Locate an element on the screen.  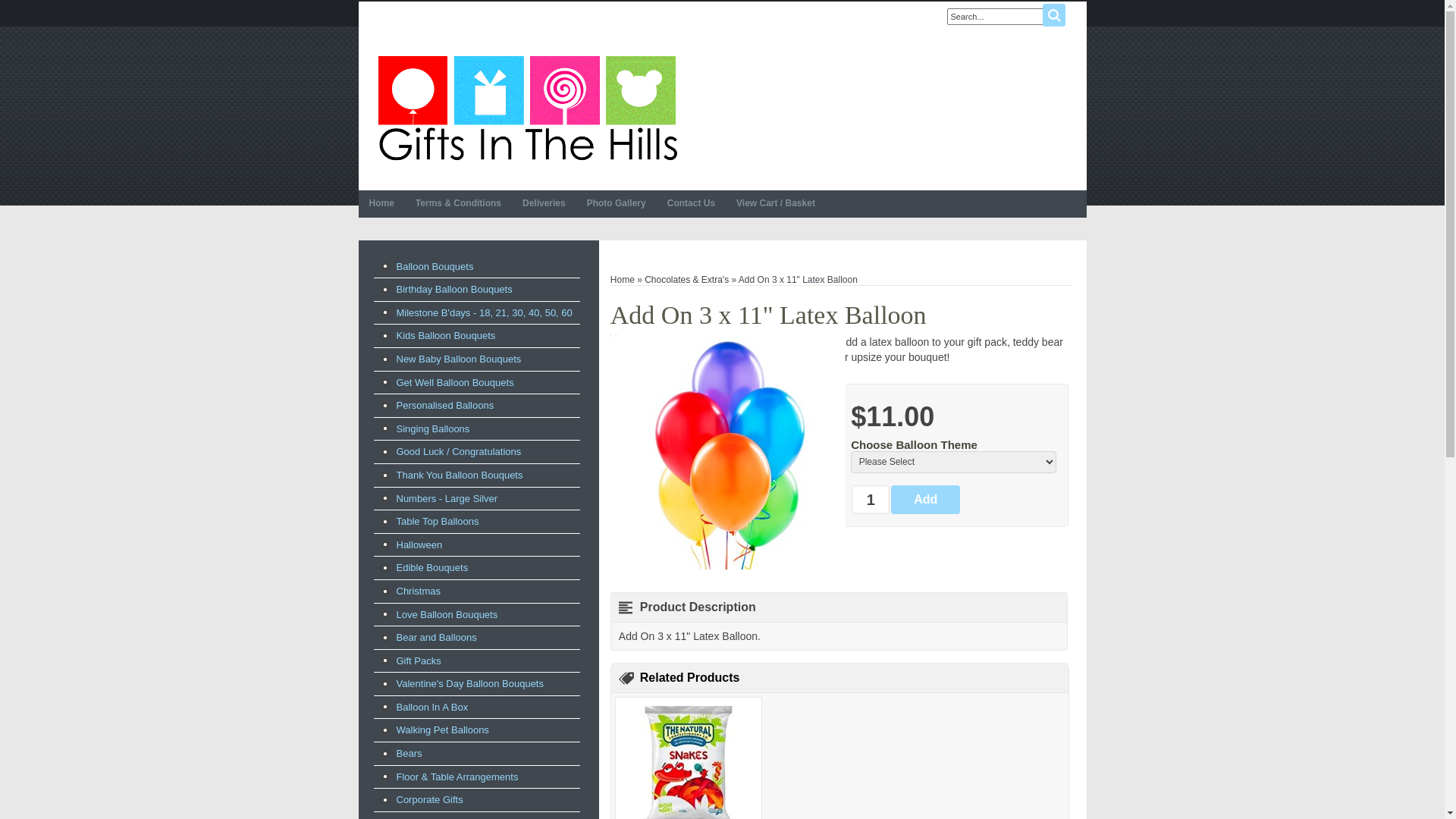
'Home' is located at coordinates (356, 203).